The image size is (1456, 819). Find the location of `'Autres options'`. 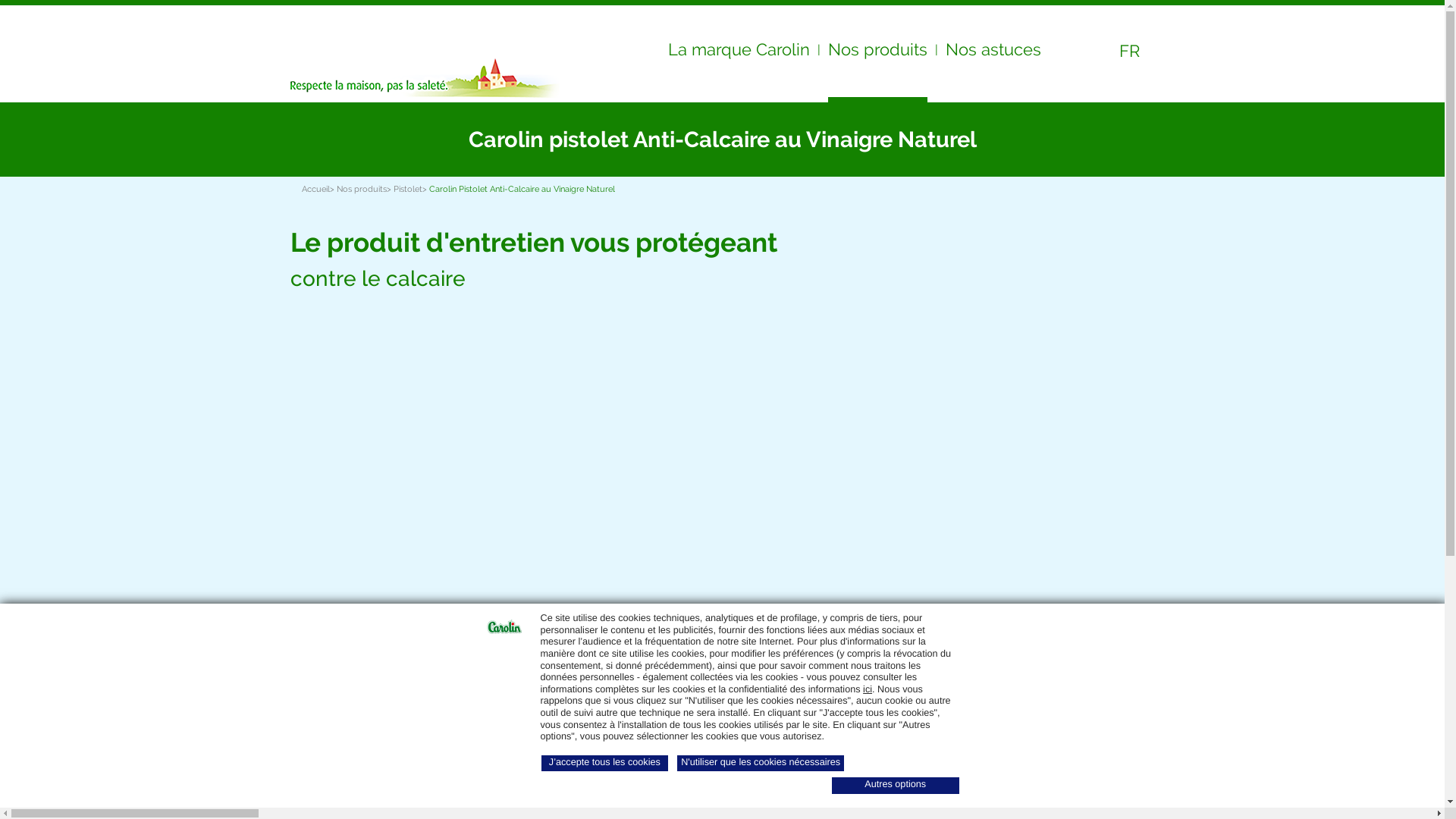

'Autres options' is located at coordinates (895, 785).